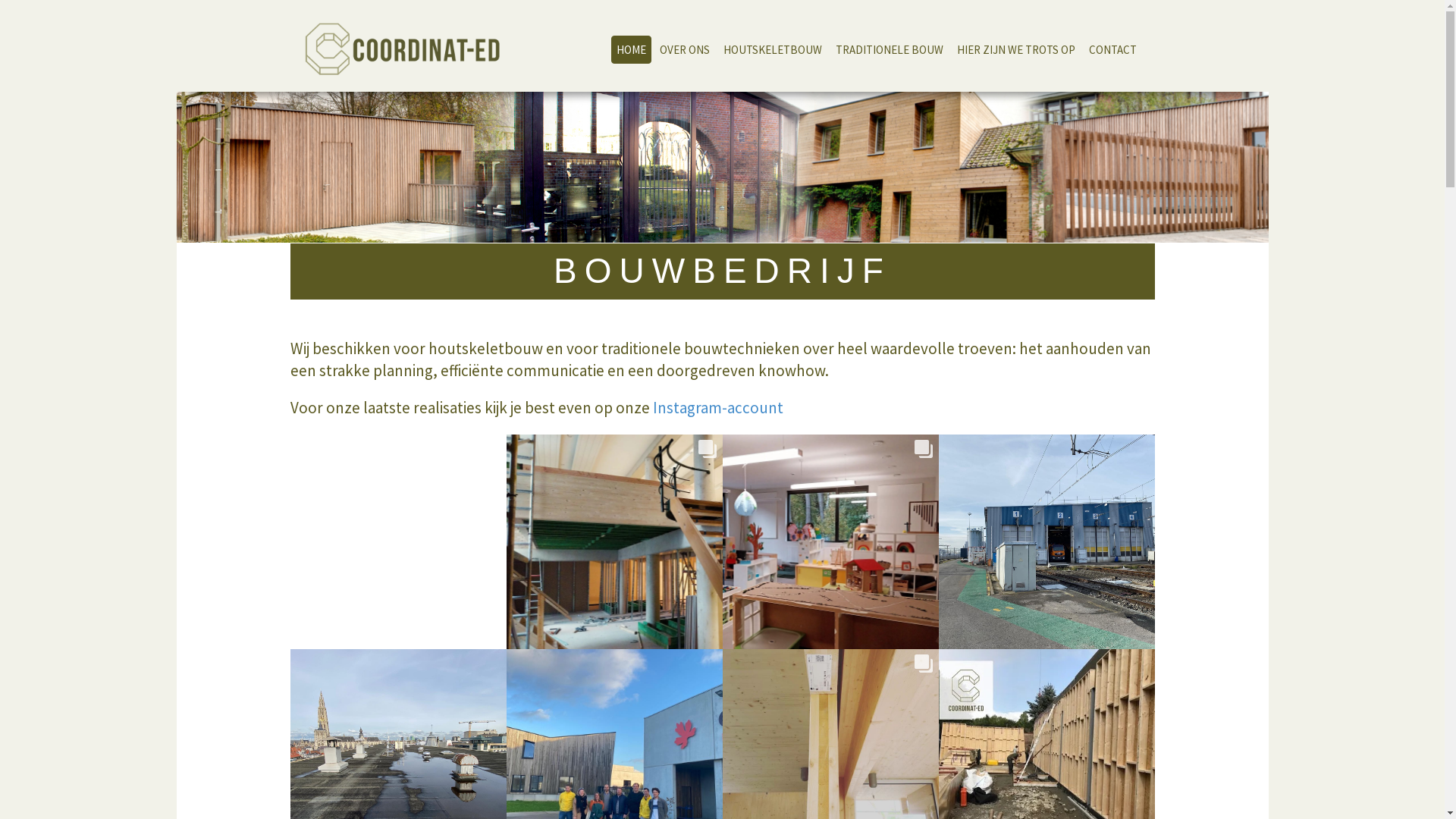 The height and width of the screenshot is (819, 1456). I want to click on 'HOUTSKELETBOUW', so click(771, 49).